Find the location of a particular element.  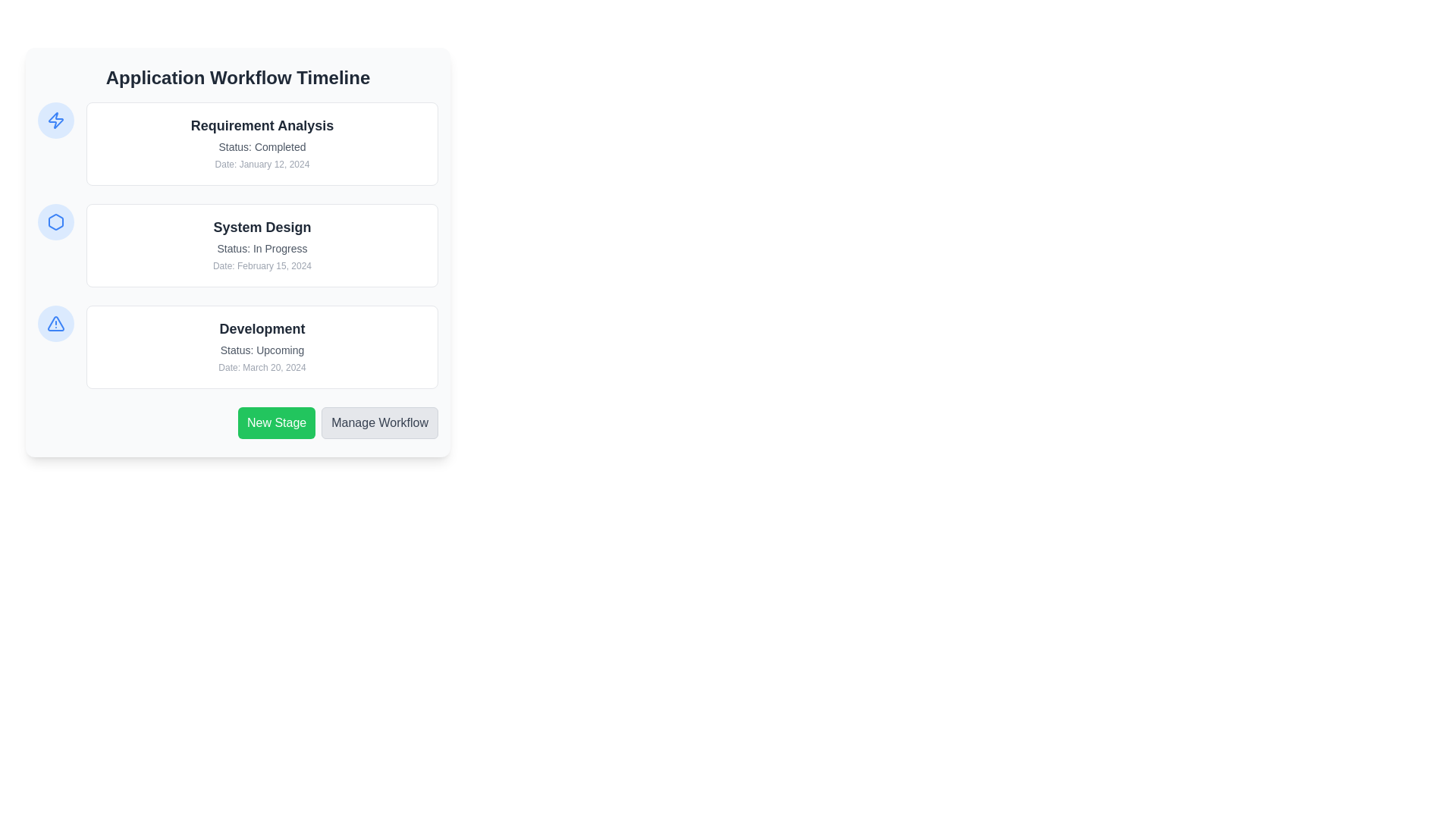

the warning symbol represented by a circular blue icon with a triangular warning symbol and an exclamation mark, located to the left of the 'Development' section in the workflow timeline is located at coordinates (55, 323).